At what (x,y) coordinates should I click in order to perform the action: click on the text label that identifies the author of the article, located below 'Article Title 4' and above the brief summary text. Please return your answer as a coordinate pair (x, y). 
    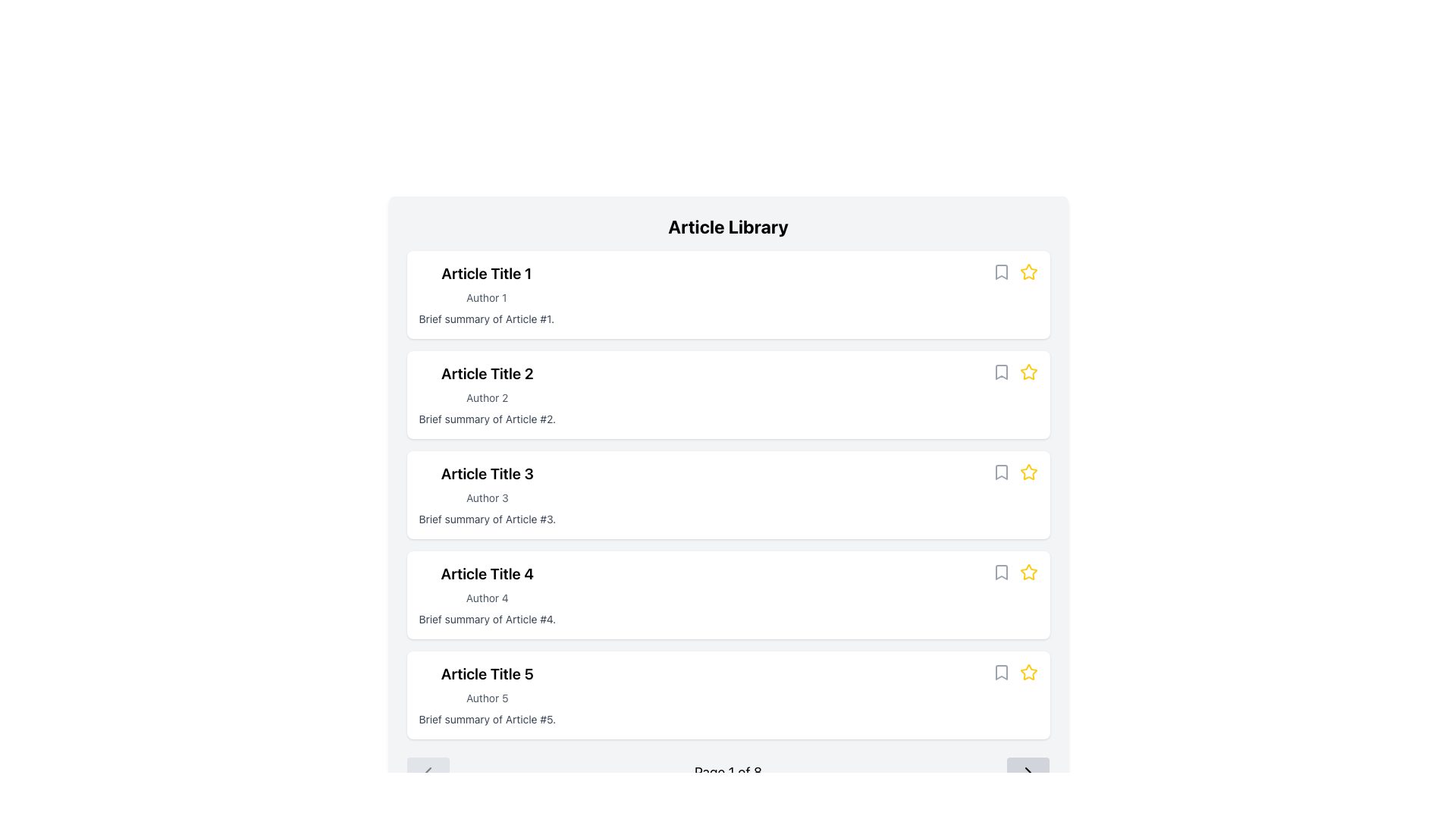
    Looking at the image, I should click on (487, 598).